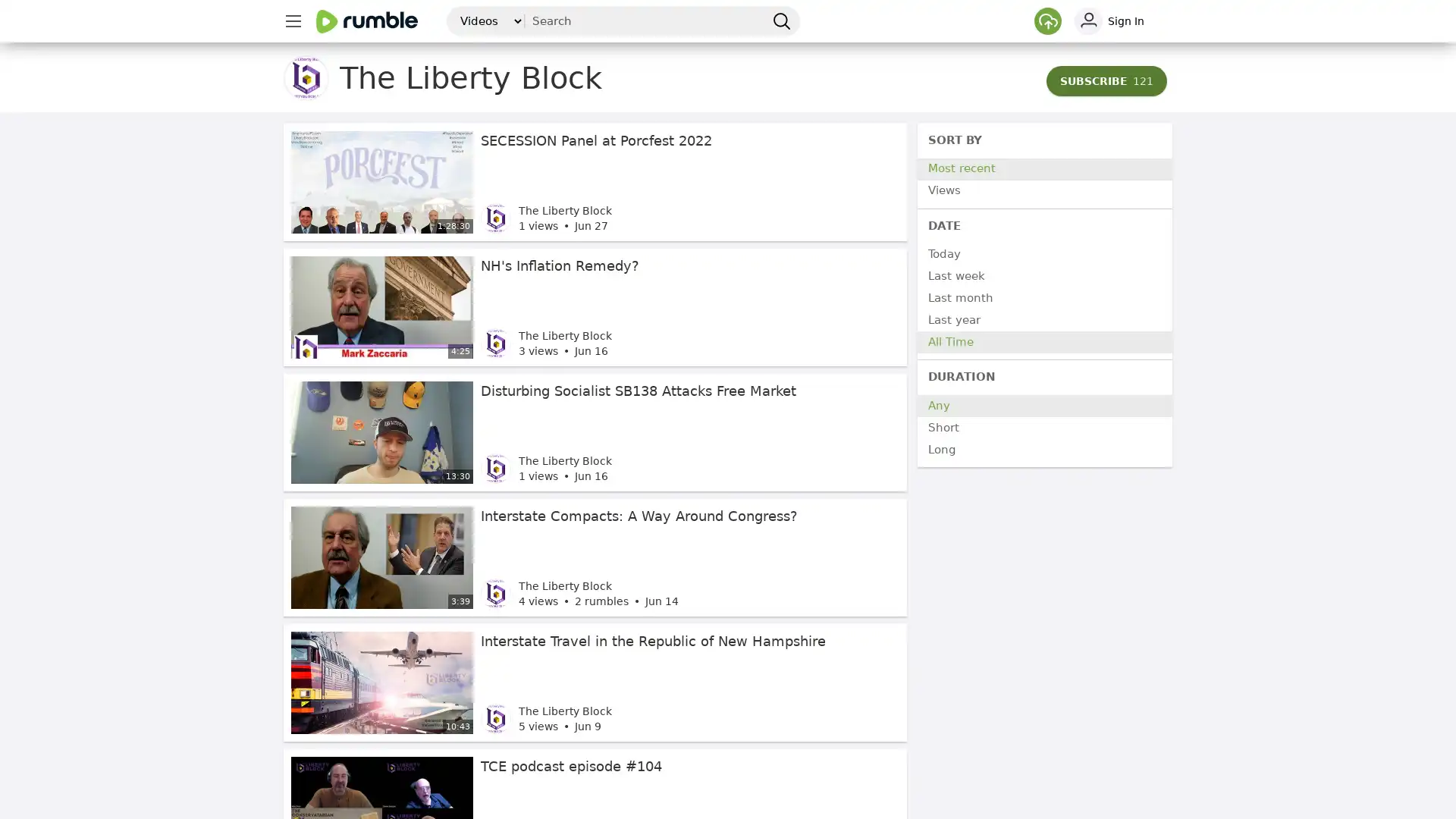 This screenshot has width=1456, height=819. Describe the element at coordinates (1122, 20) in the screenshot. I see `sign in` at that location.